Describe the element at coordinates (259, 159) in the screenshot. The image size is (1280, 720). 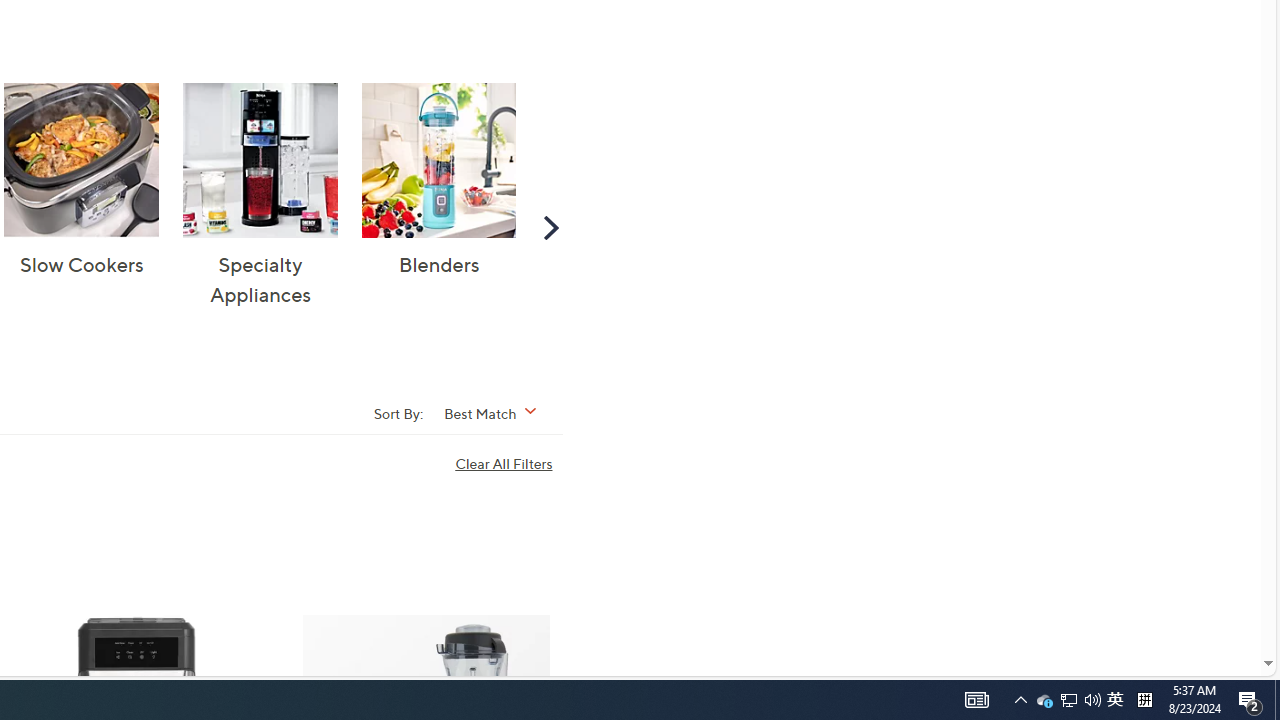
I see `'Specialty Appliances'` at that location.